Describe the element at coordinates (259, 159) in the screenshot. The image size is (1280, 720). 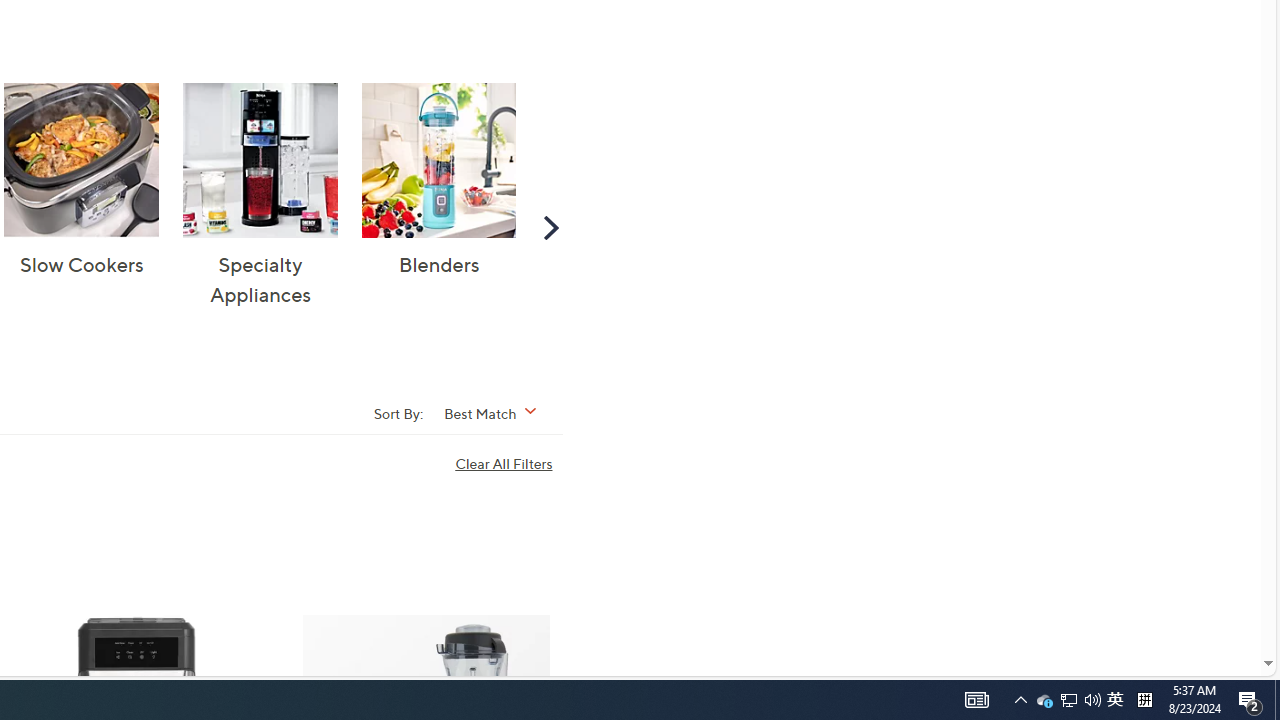
I see `'Specialty Appliances'` at that location.